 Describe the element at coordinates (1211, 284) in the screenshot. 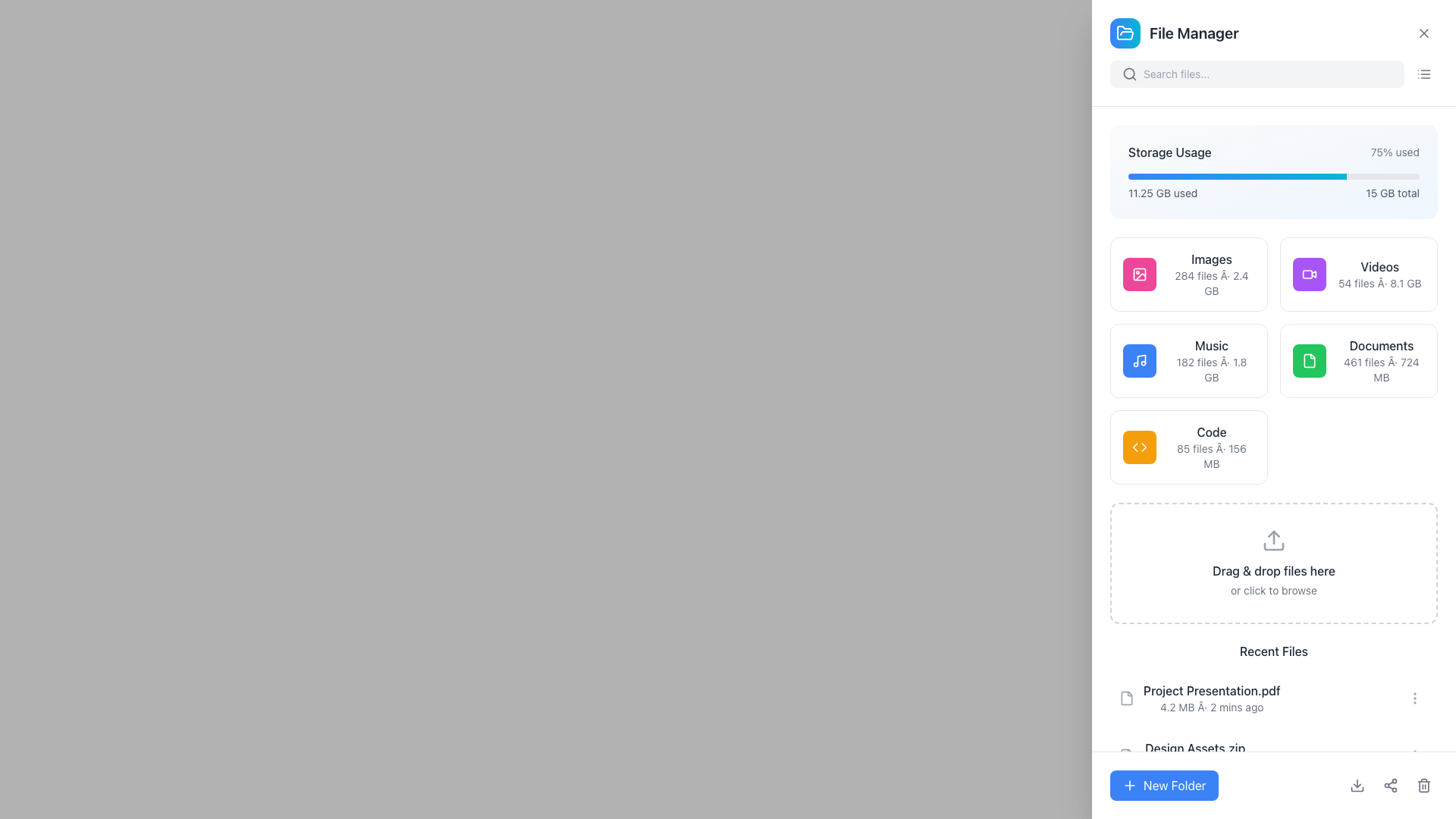

I see `summary information displayed in the Text label located below the 'Images' label within the 'Images' category card in the file manager interface` at that location.